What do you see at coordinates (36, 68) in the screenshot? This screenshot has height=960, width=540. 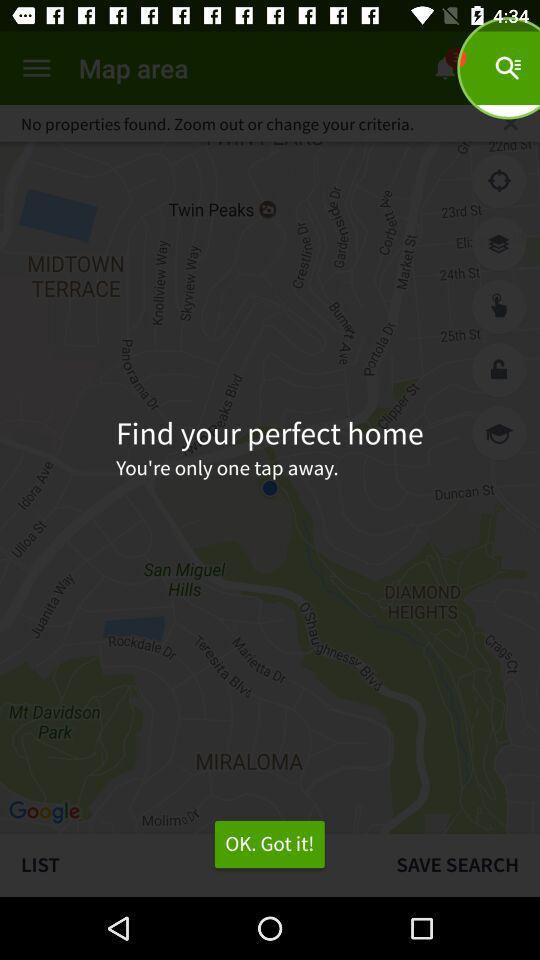 I see `open menu` at bounding box center [36, 68].